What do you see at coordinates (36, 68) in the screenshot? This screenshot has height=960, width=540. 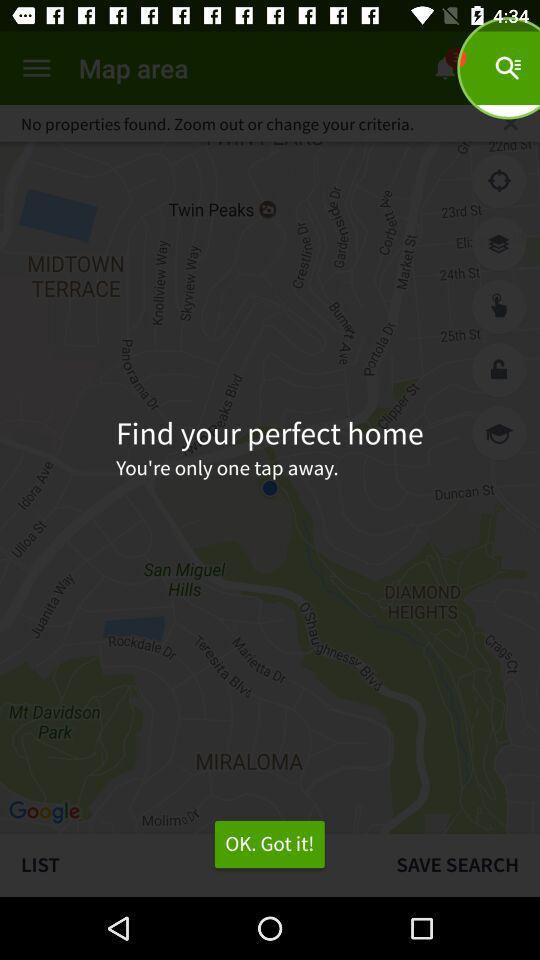 I see `open menu` at bounding box center [36, 68].